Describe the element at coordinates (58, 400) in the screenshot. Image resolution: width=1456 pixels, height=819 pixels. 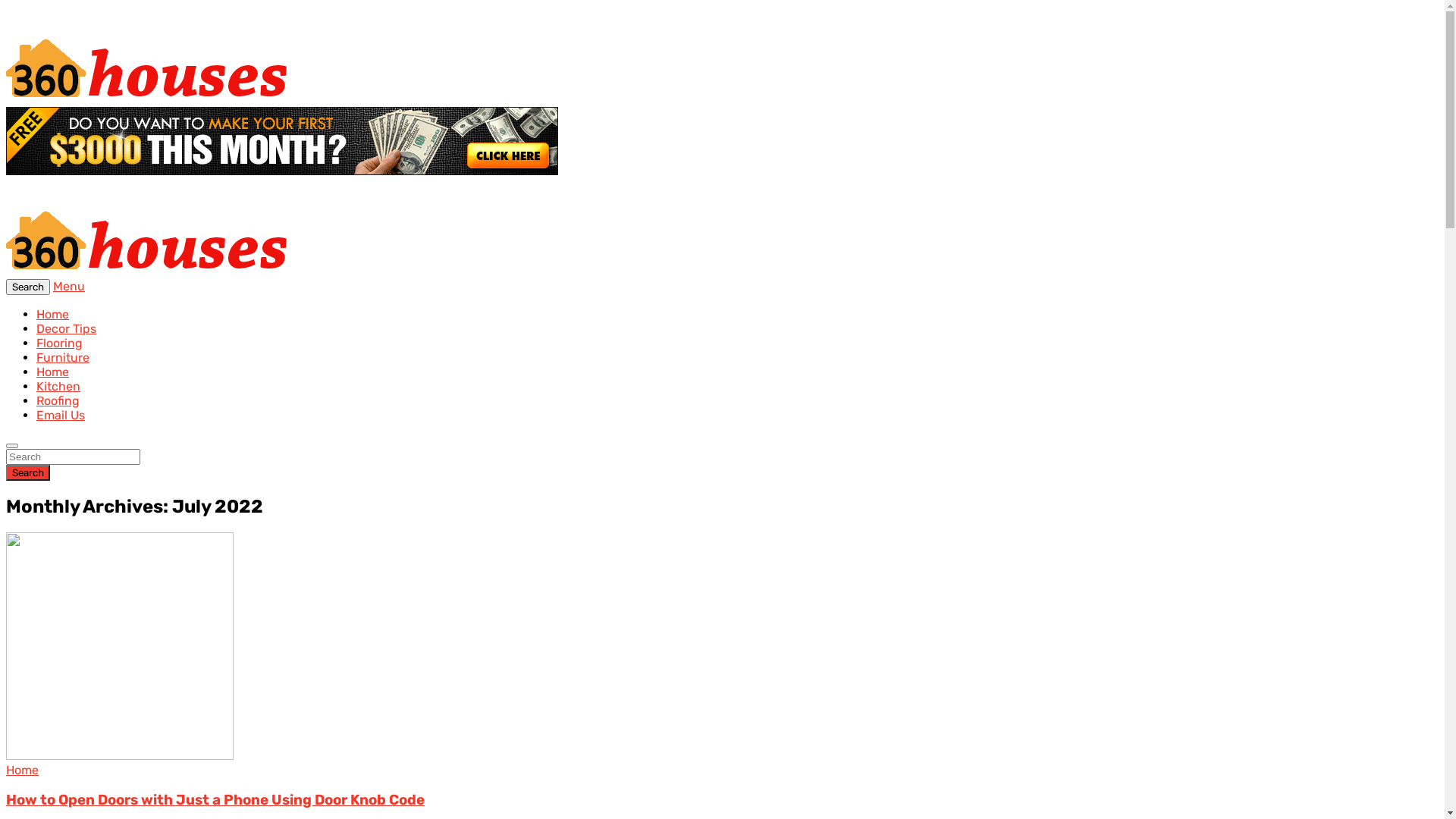
I see `'Roofing'` at that location.